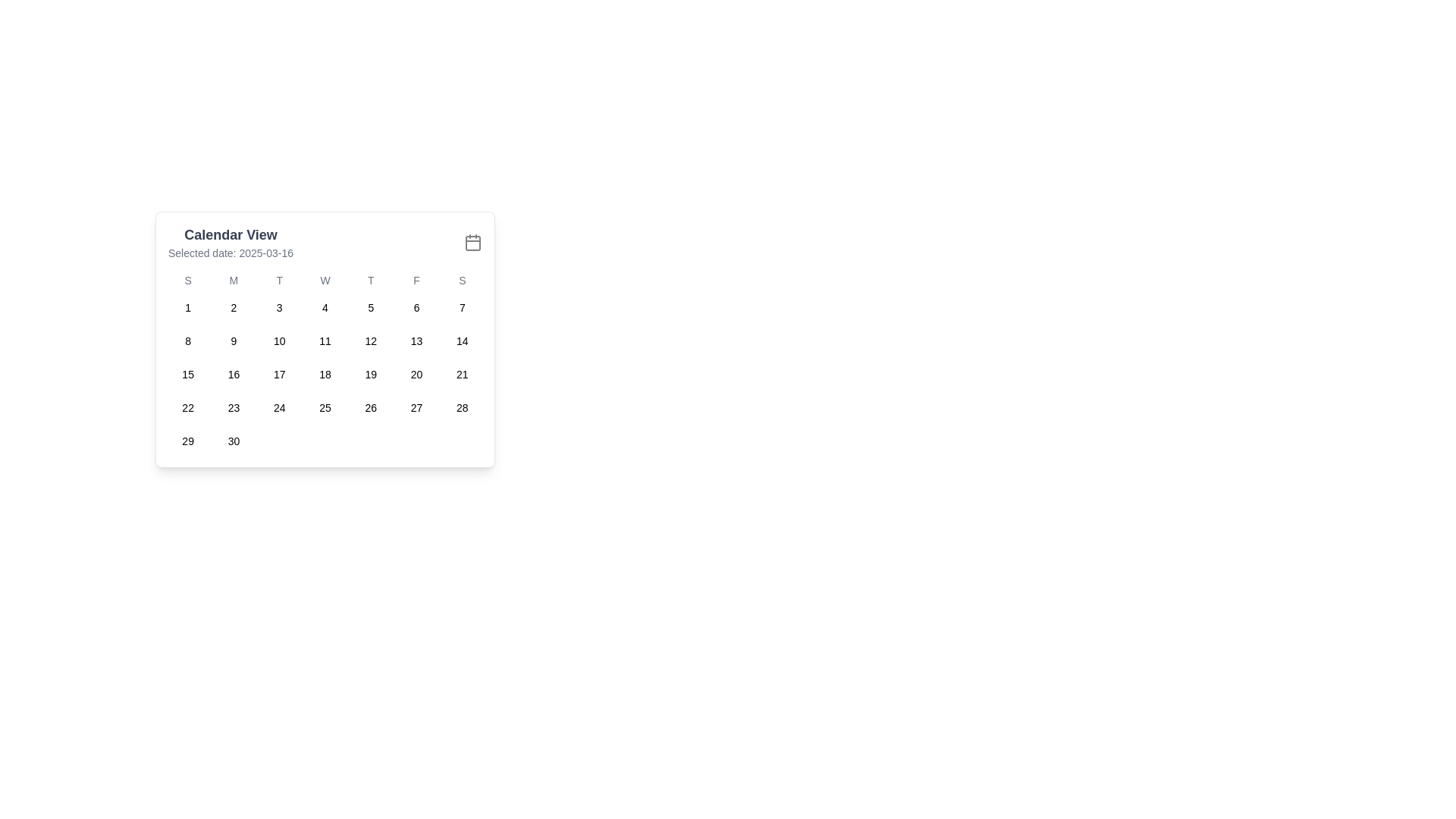  I want to click on the calendar cell representing the 25th day of the month, so click(324, 406).